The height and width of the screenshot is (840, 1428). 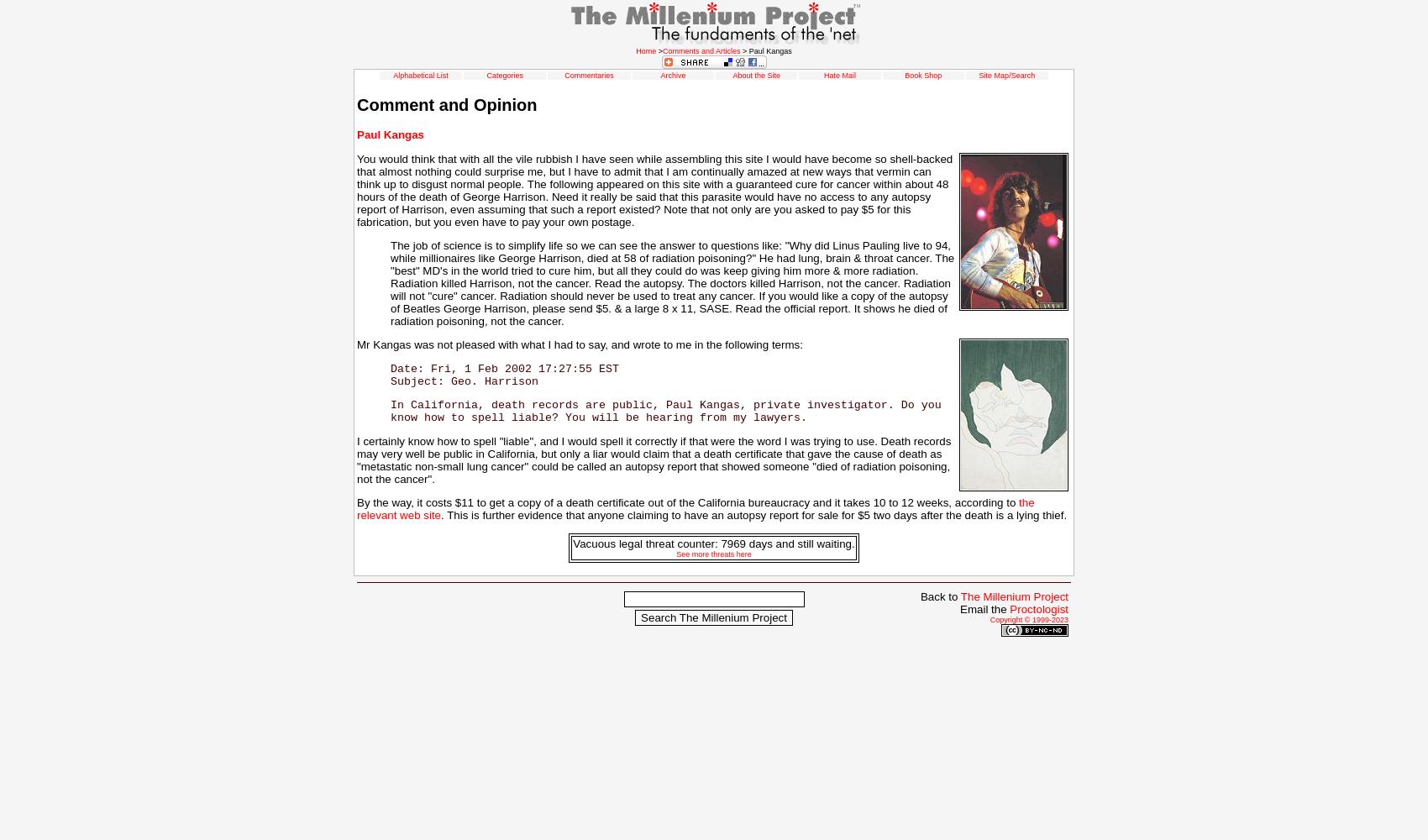 What do you see at coordinates (393, 75) in the screenshot?
I see `'Alphabetical List'` at bounding box center [393, 75].